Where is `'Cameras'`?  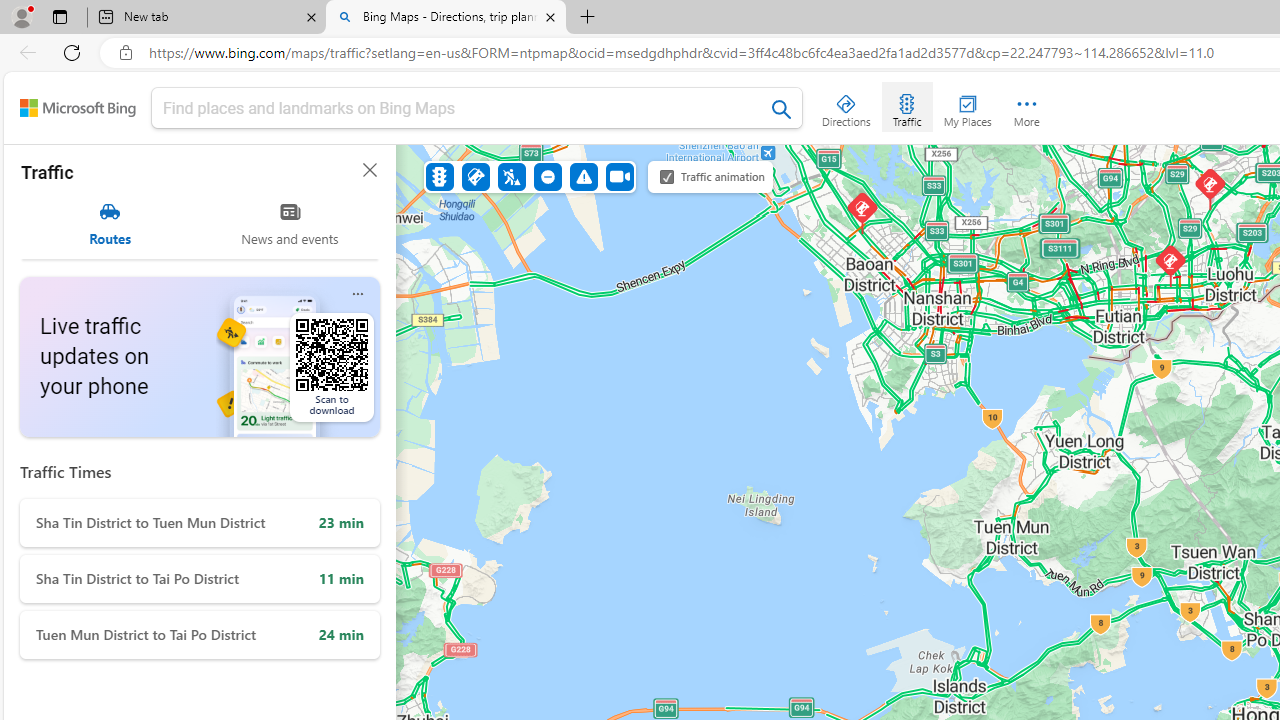
'Cameras' is located at coordinates (618, 175).